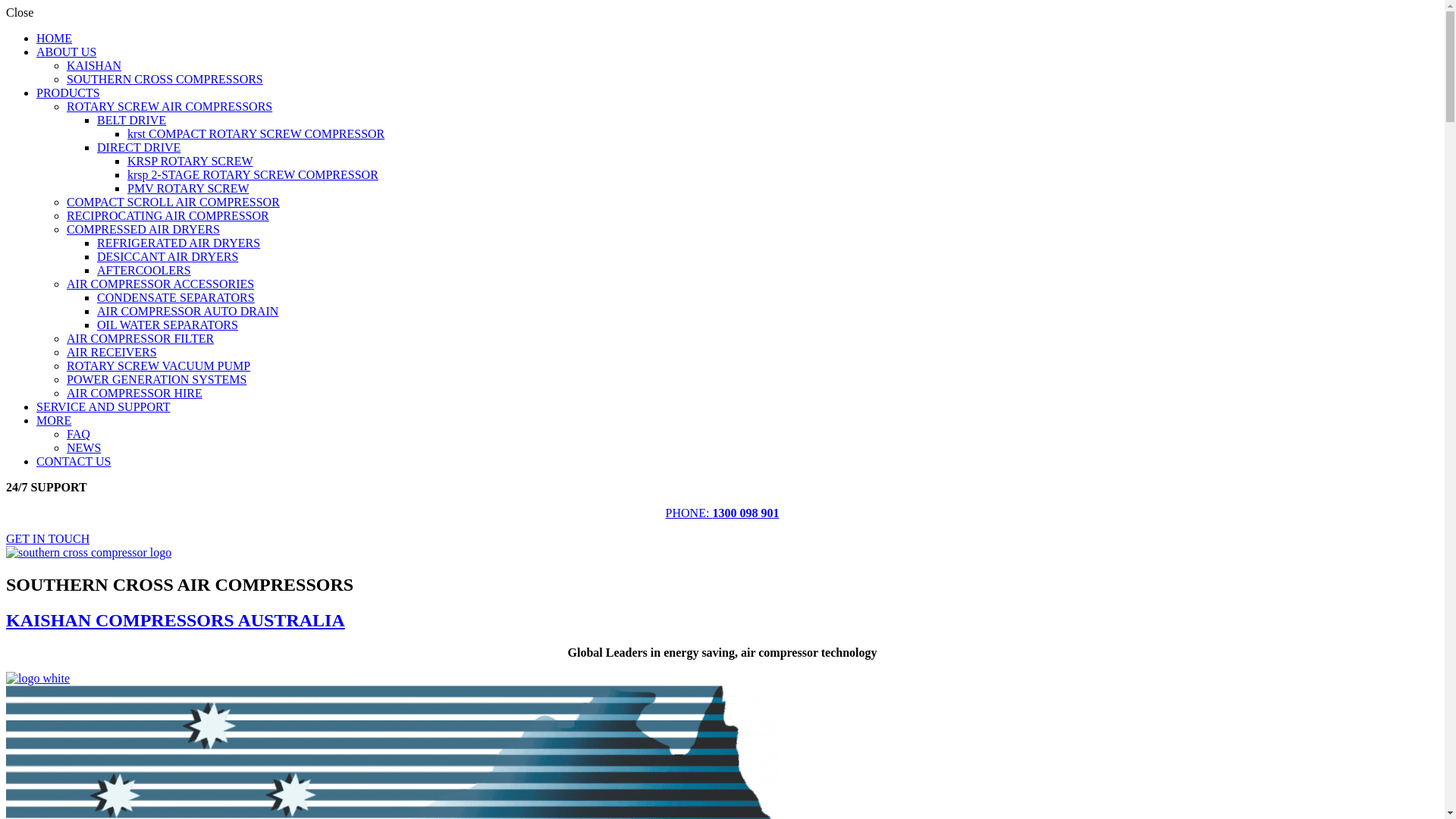  I want to click on 'BELT DRIVE', so click(131, 119).